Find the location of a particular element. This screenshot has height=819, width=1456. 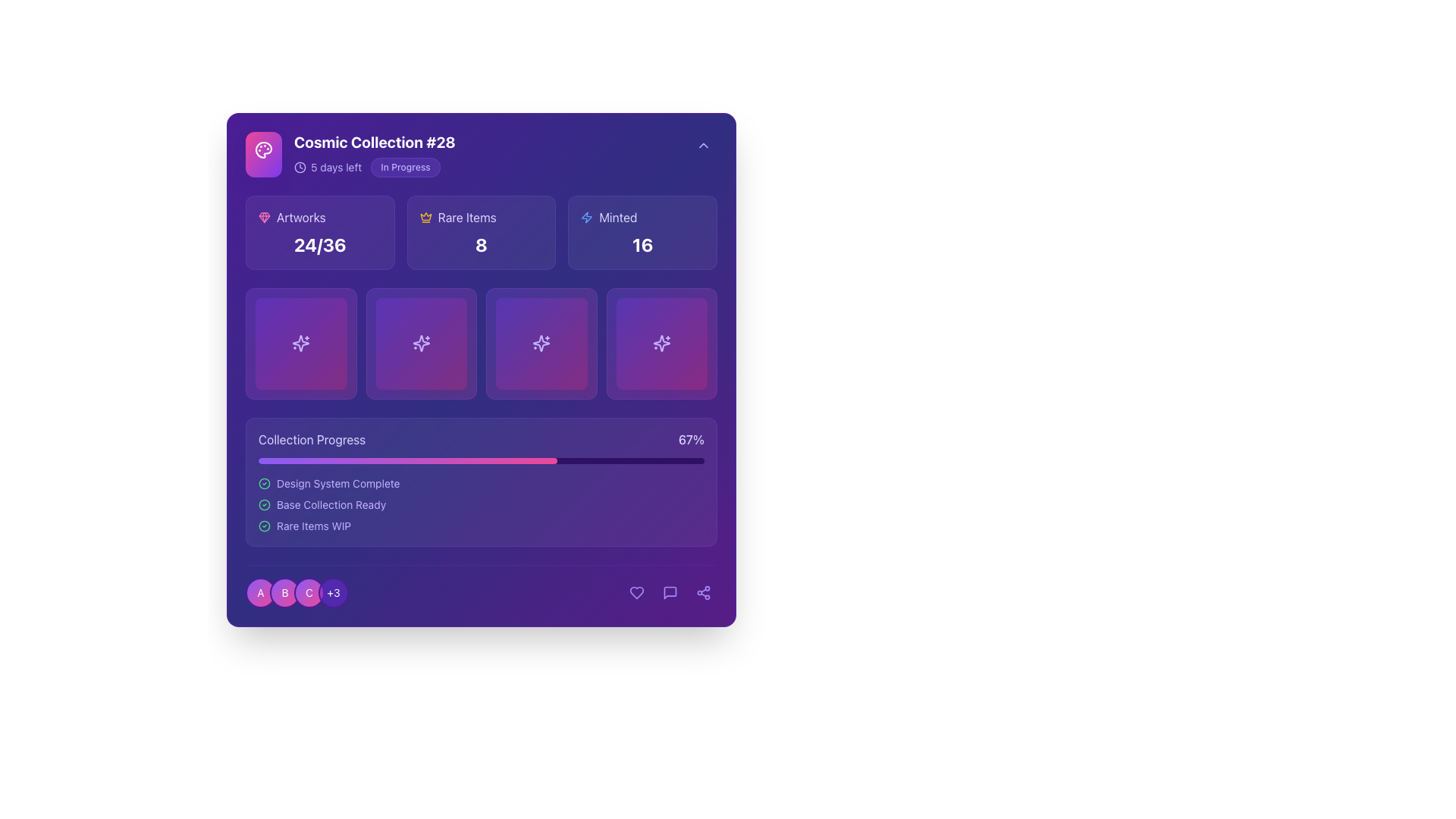

text label displaying the status description for 'Rare Items WIP' progress in the 'Collection Progress' section, which is the third item in the vertical list is located at coordinates (313, 525).